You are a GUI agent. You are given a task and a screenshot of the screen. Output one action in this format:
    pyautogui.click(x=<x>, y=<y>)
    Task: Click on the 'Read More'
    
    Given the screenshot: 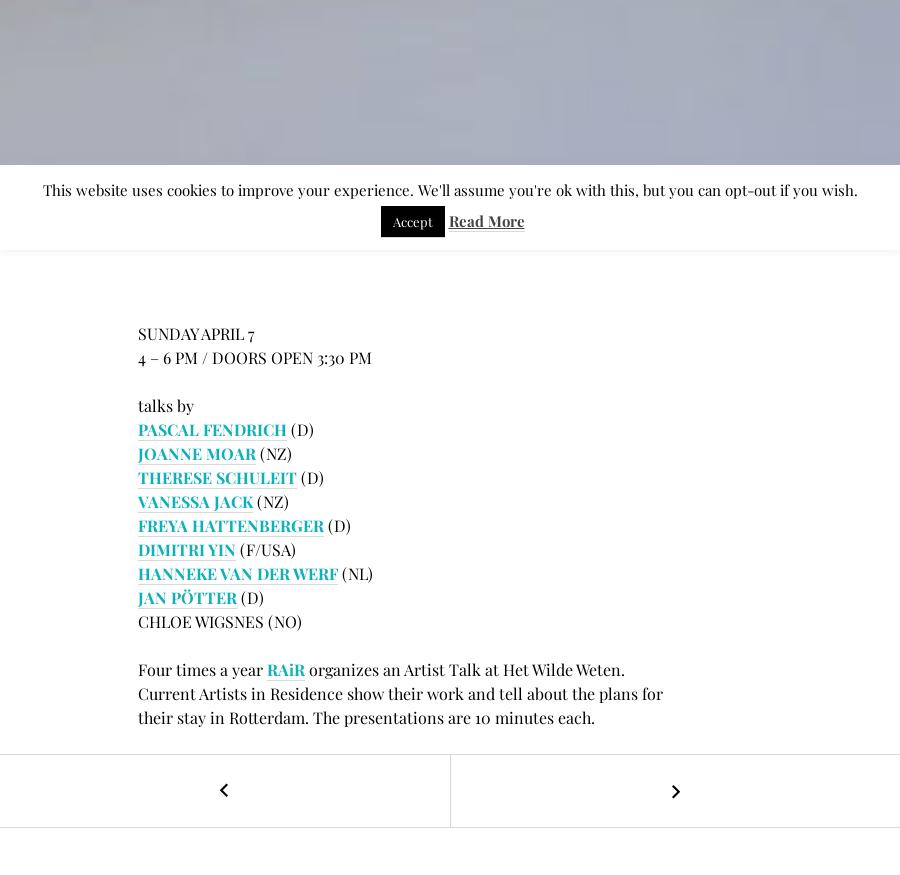 What is the action you would take?
    pyautogui.click(x=448, y=221)
    